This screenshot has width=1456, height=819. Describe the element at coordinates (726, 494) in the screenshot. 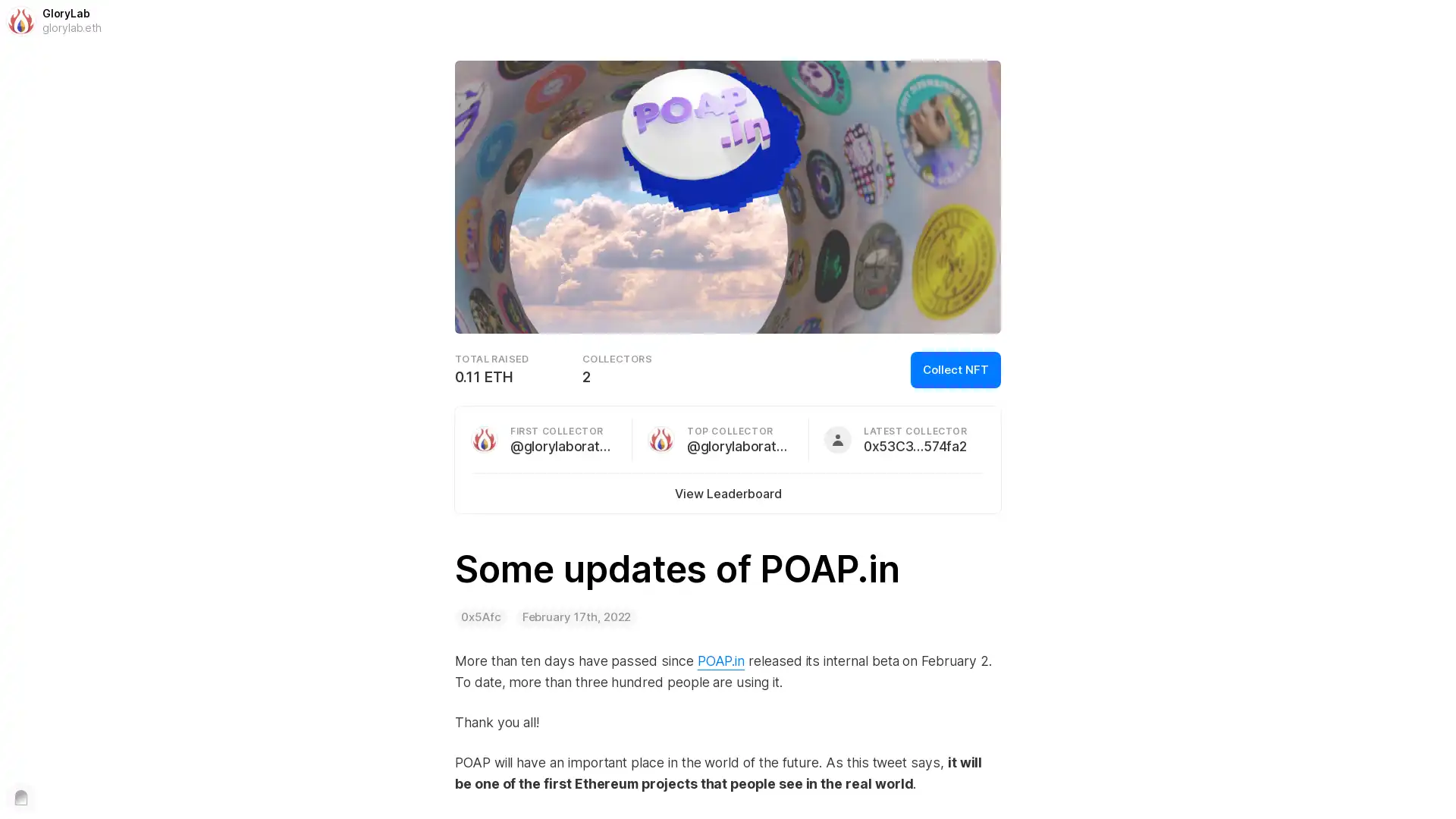

I see `View Leaderboard` at that location.